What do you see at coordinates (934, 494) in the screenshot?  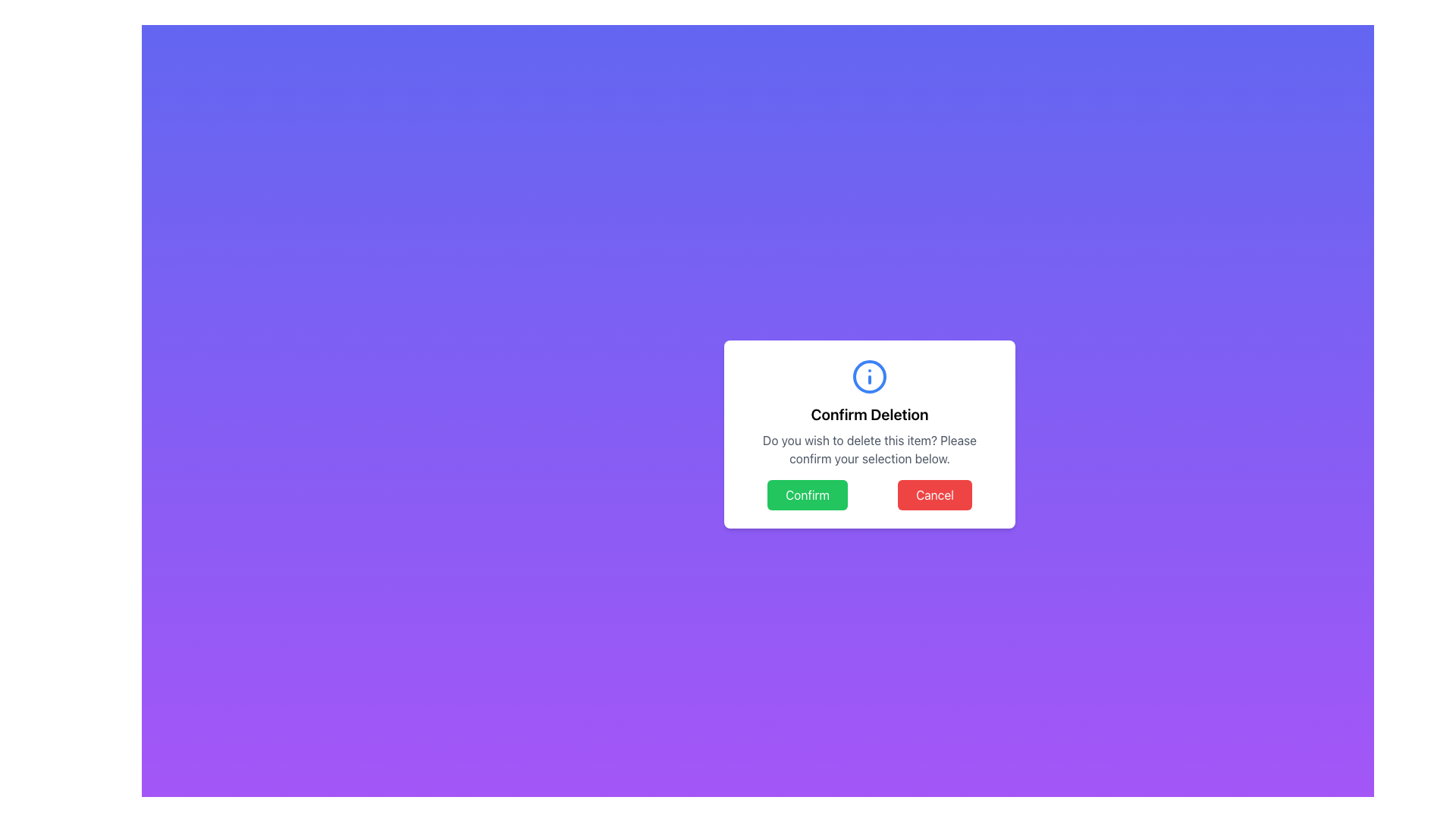 I see `the cancel button located at the bottom right of the modal dialog` at bounding box center [934, 494].